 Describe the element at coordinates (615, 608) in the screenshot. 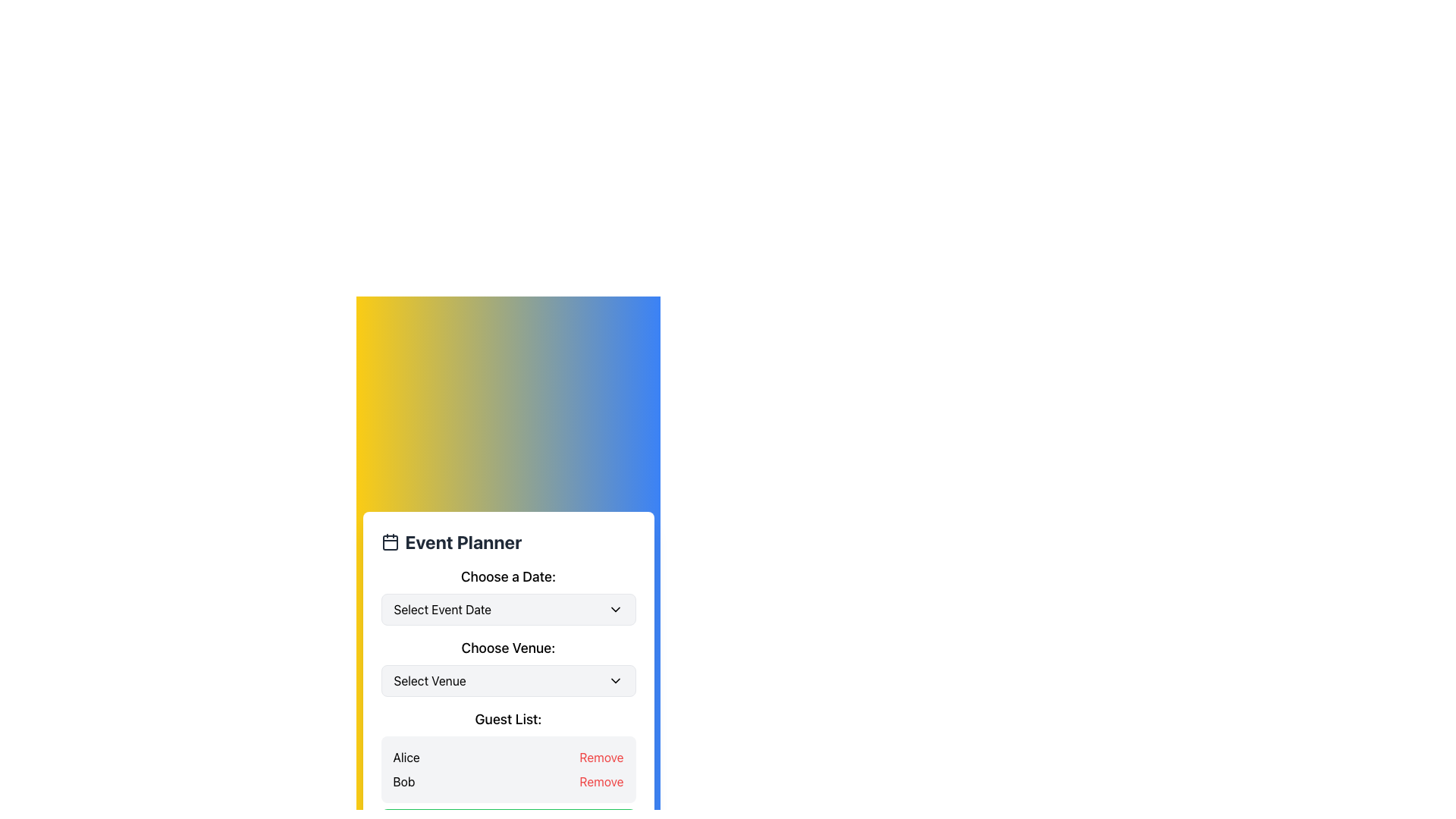

I see `the downward-pointing chevron icon located on the right side of the 'Select Event Date' box` at that location.